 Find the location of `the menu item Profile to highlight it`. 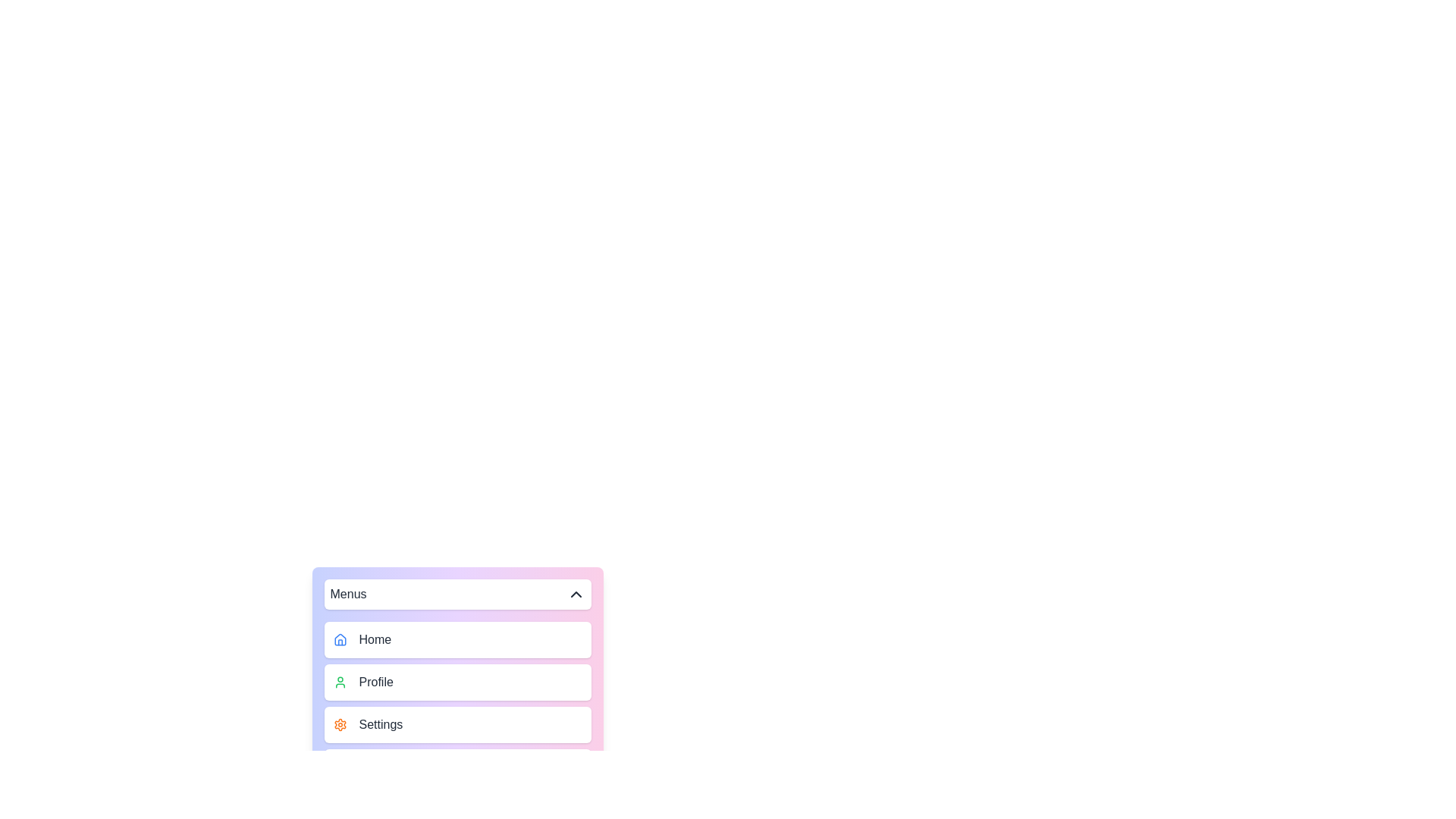

the menu item Profile to highlight it is located at coordinates (457, 681).